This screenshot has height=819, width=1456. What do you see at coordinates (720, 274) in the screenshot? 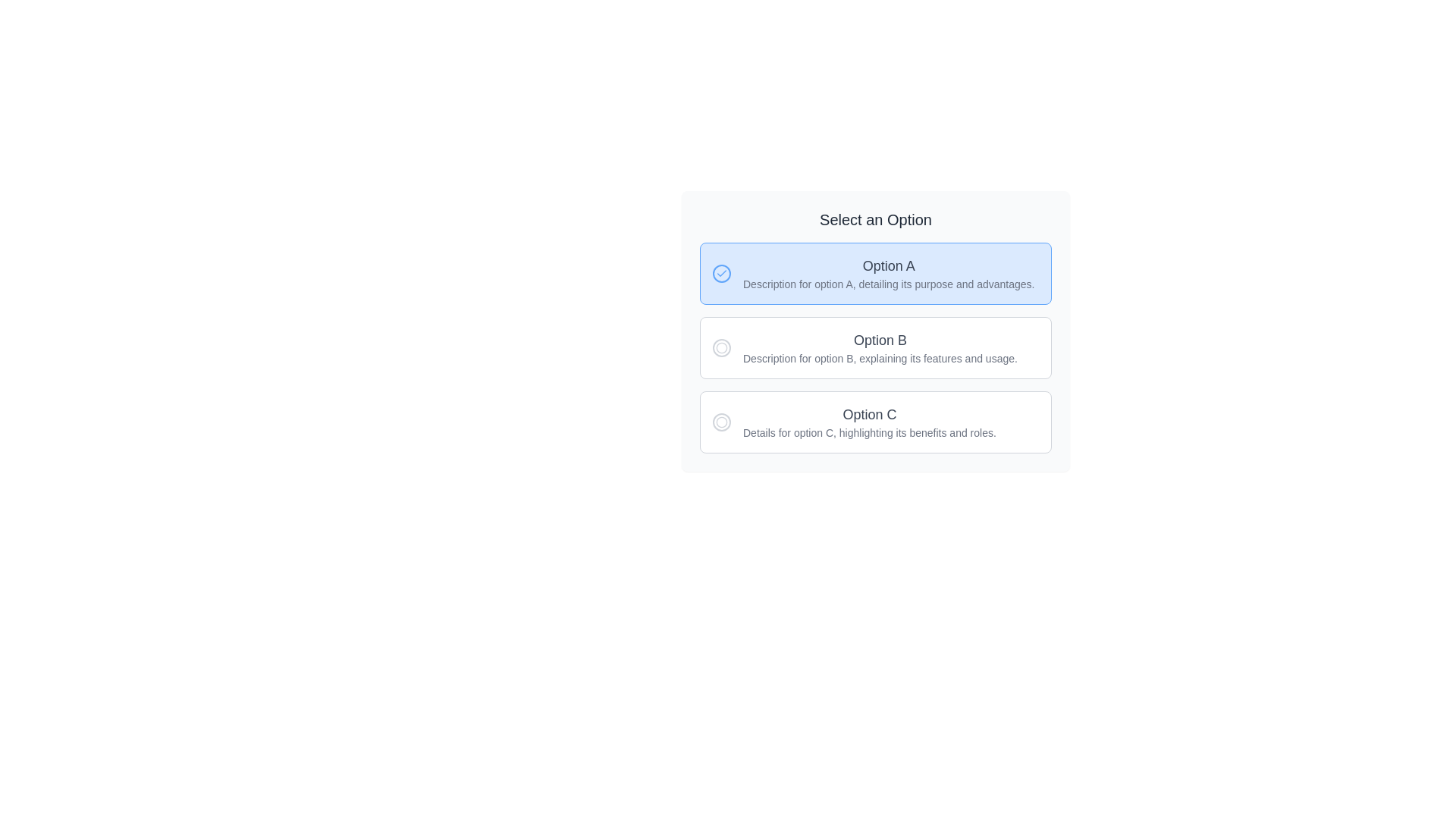
I see `the Selection indicator located at the top-left corner of the 'Option A' section, which is highlighted with a blue background` at bounding box center [720, 274].